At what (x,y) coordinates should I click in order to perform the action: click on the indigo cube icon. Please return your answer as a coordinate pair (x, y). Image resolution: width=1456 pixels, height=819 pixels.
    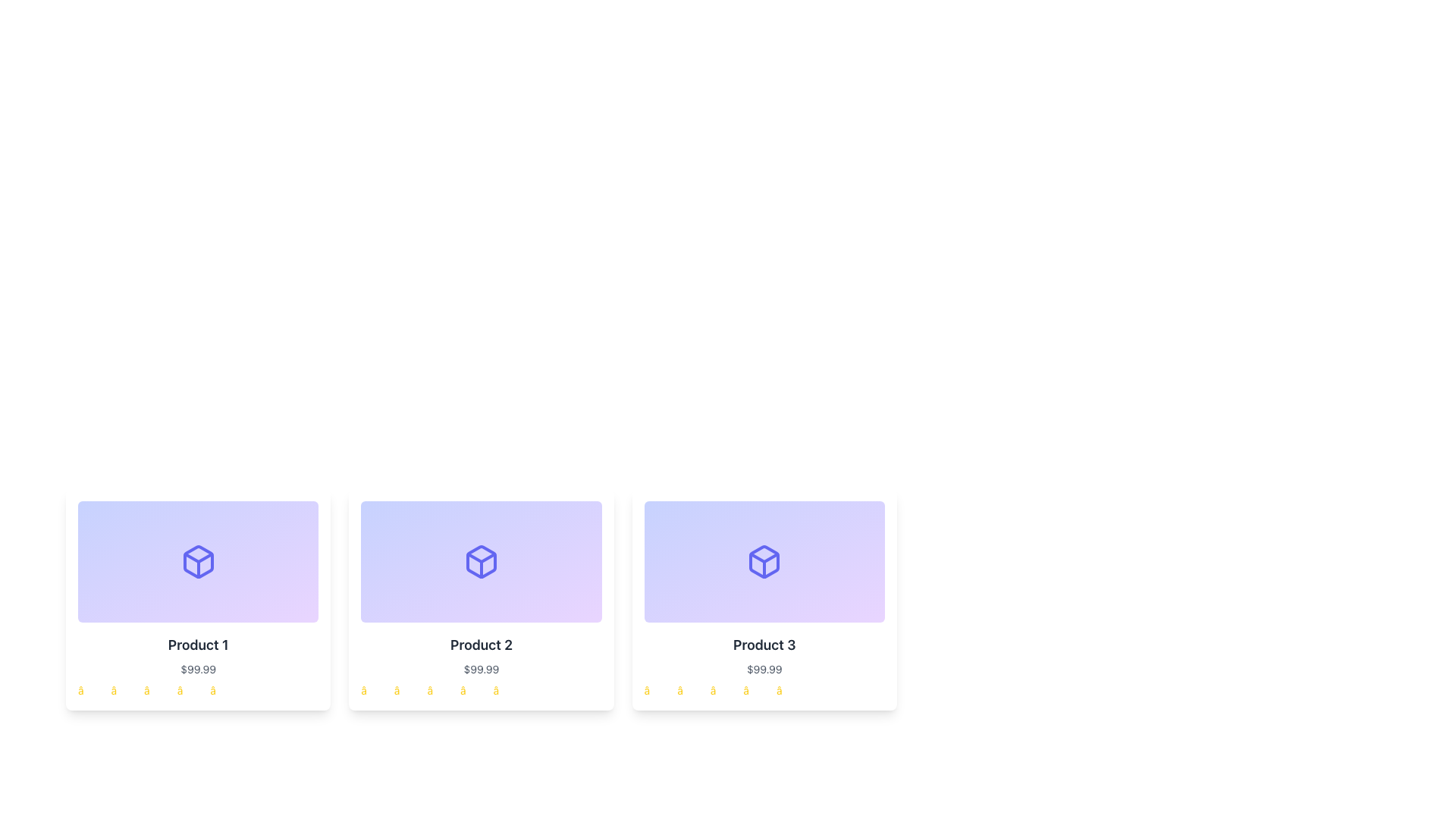
    Looking at the image, I should click on (764, 561).